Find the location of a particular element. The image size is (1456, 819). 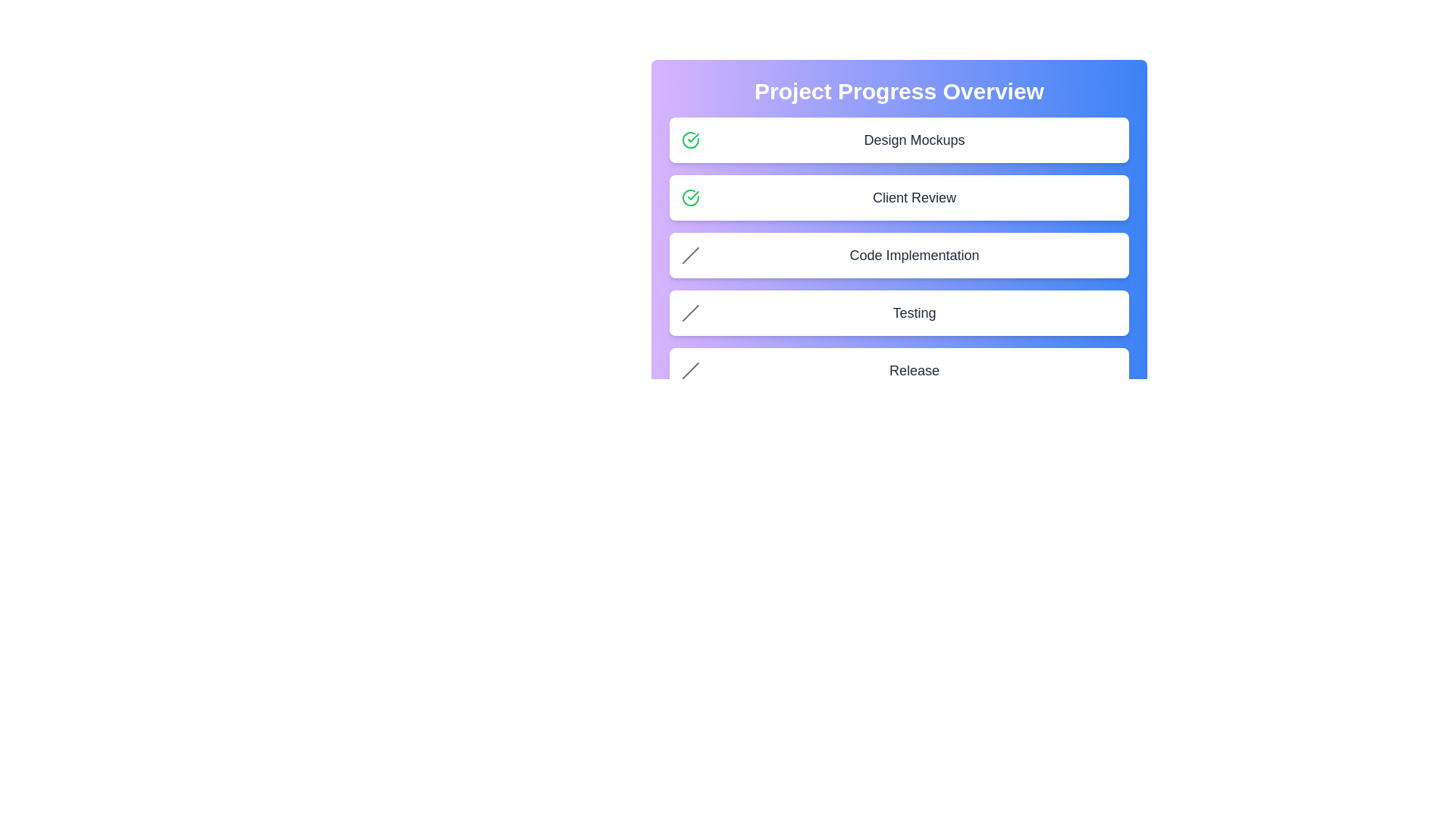

the icon indicator of the completed task card representing 'Client Review' in the Project Progress Overview, located below 'Design Mockups' is located at coordinates (899, 197).